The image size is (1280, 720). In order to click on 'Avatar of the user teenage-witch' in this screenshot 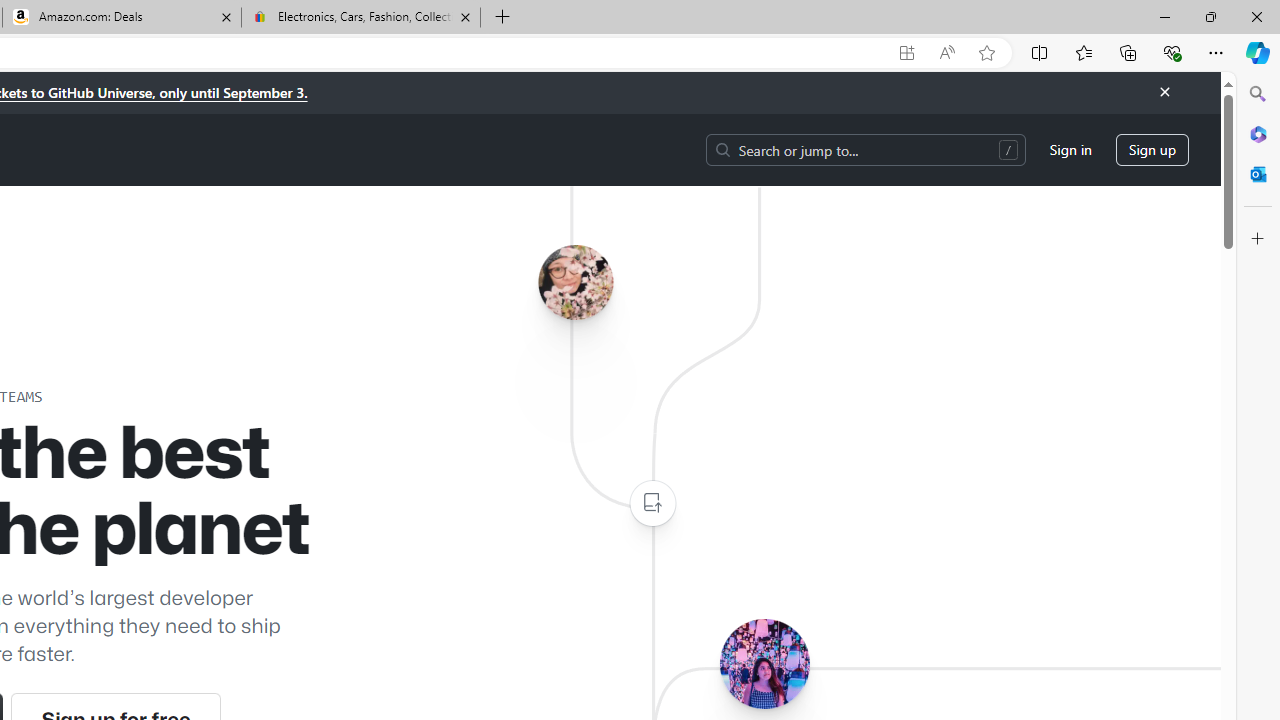, I will do `click(763, 663)`.